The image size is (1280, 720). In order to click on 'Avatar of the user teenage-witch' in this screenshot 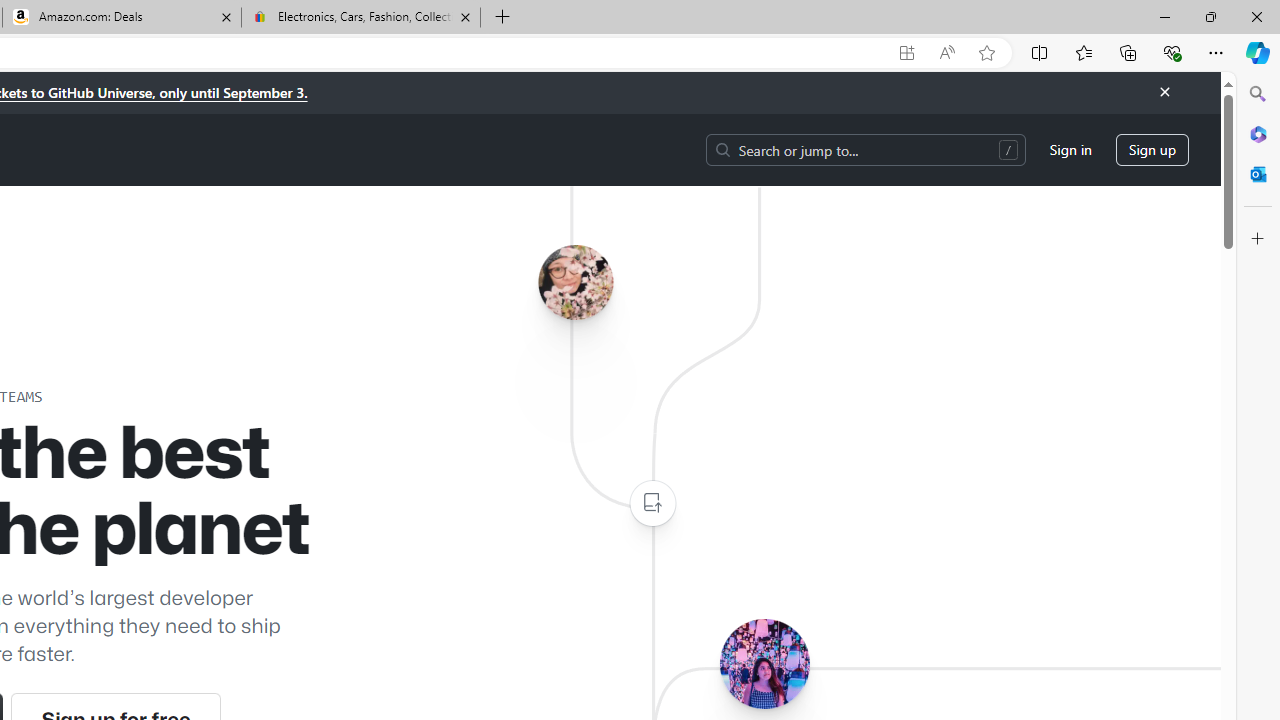, I will do `click(763, 663)`.